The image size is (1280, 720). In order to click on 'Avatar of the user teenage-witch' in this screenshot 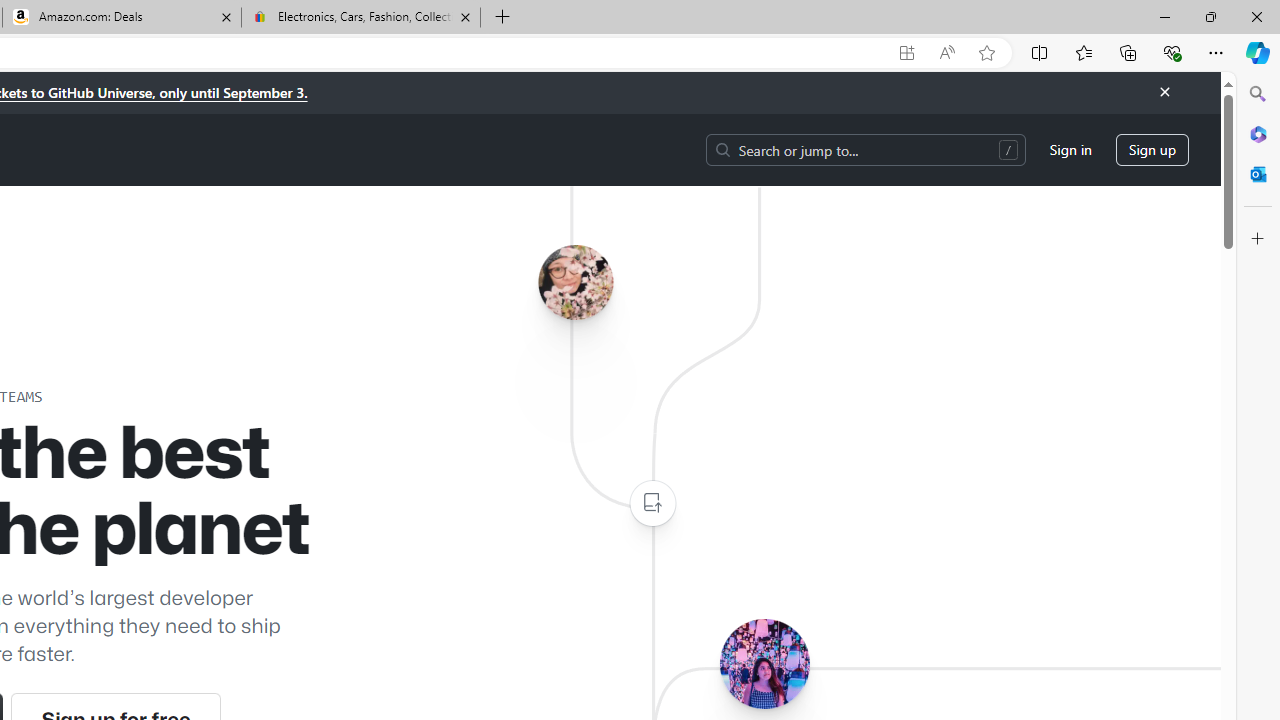, I will do `click(763, 663)`.